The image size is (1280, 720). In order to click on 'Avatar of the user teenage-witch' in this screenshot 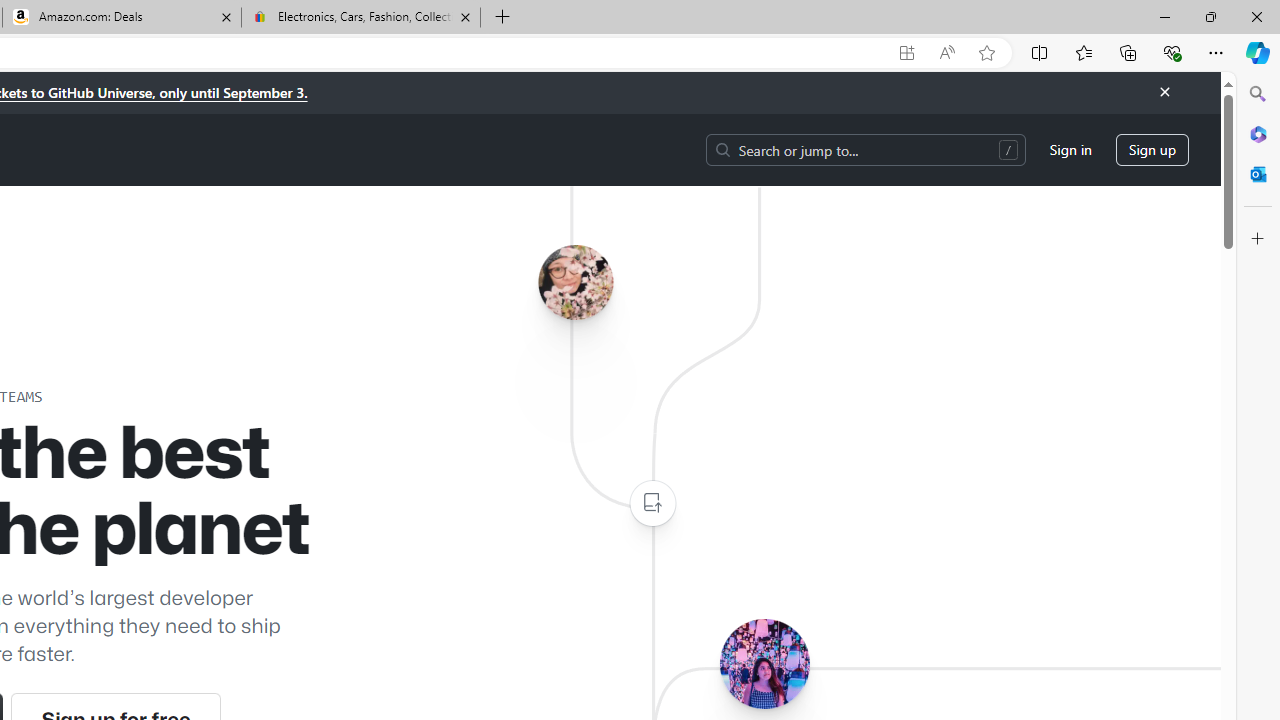, I will do `click(763, 663)`.